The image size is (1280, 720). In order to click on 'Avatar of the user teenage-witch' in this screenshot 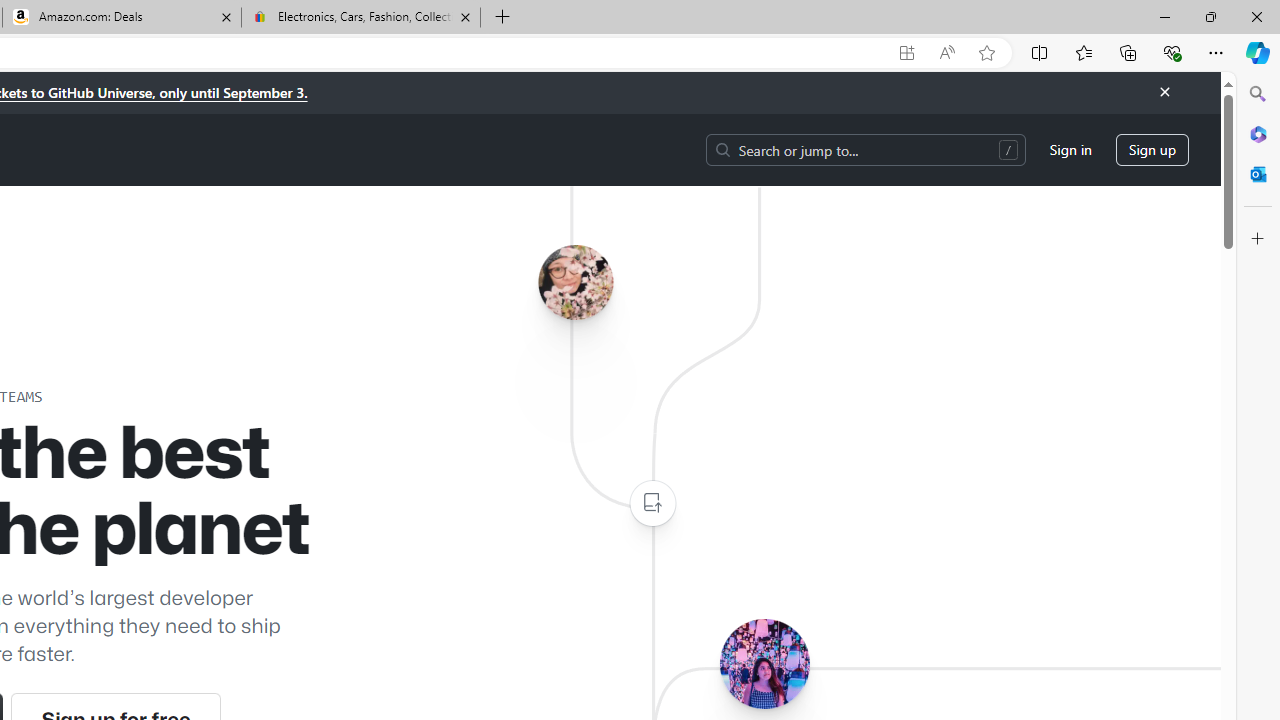, I will do `click(763, 663)`.